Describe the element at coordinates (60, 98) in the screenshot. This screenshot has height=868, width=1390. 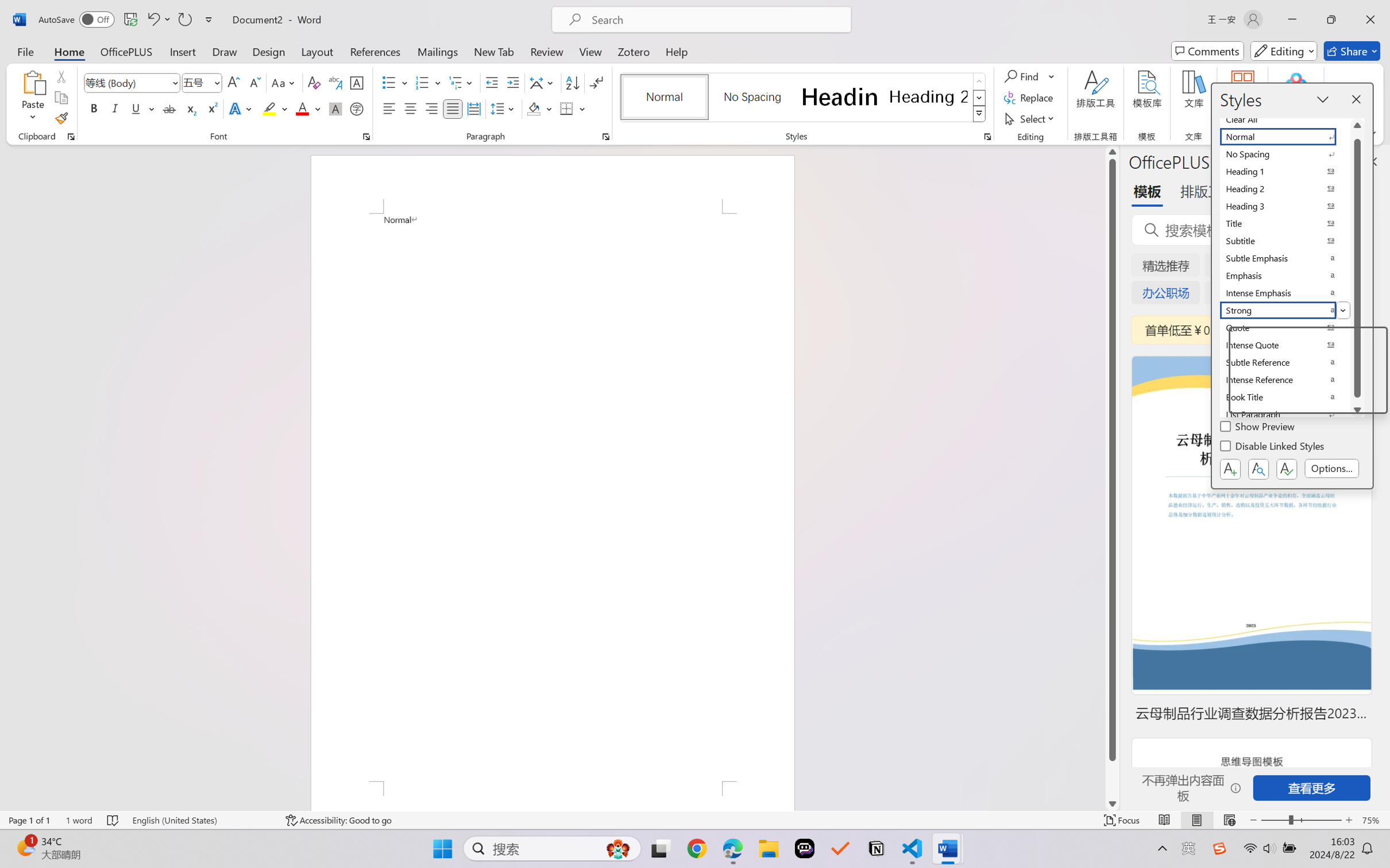
I see `'Copy'` at that location.